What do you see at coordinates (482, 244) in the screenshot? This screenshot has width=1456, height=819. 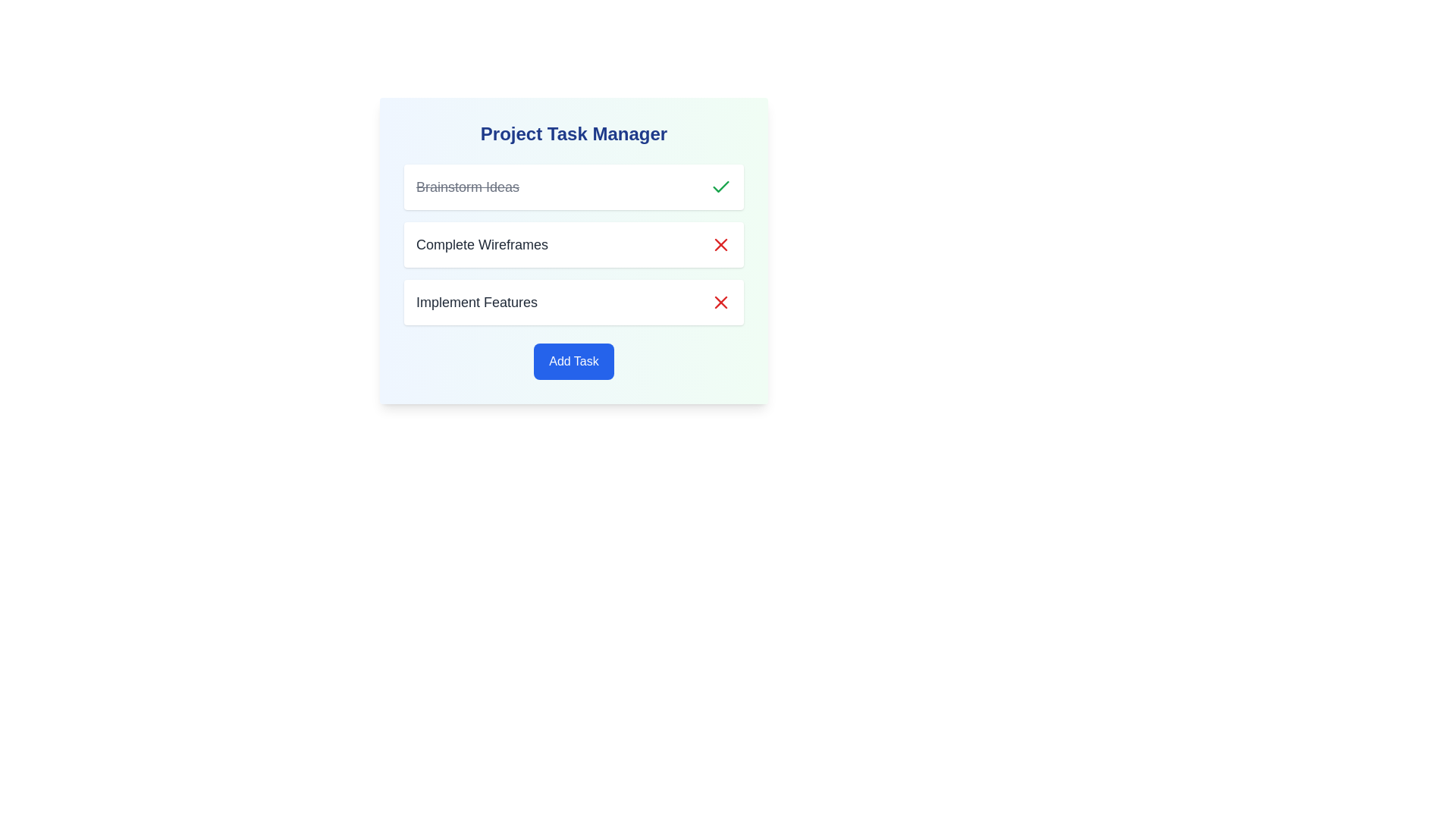 I see `the 'Complete Wireframes' text label, which serves as a descriptor for managing the task in the project task manager interface` at bounding box center [482, 244].